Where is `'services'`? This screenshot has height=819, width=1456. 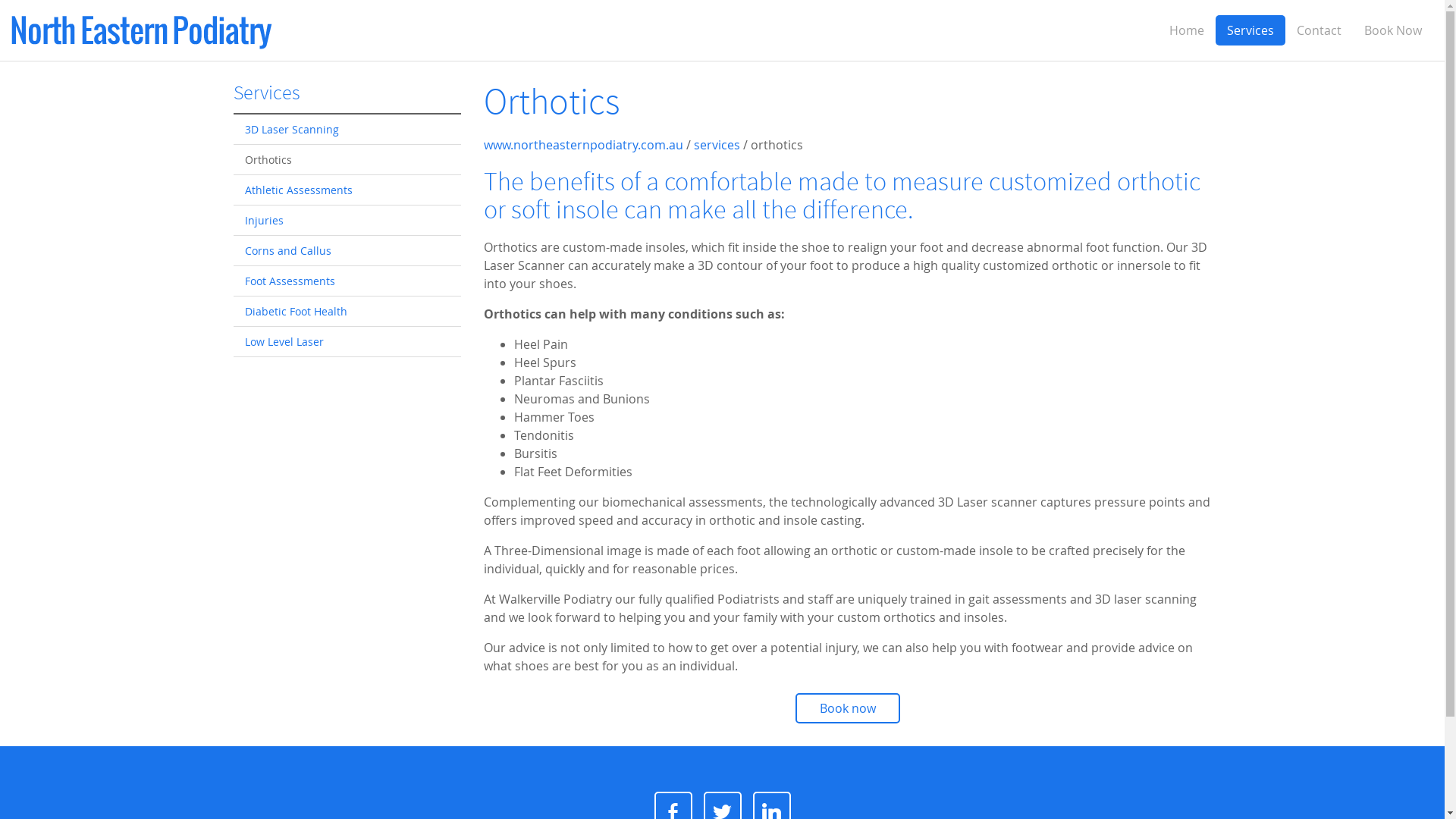
'services' is located at coordinates (715, 145).